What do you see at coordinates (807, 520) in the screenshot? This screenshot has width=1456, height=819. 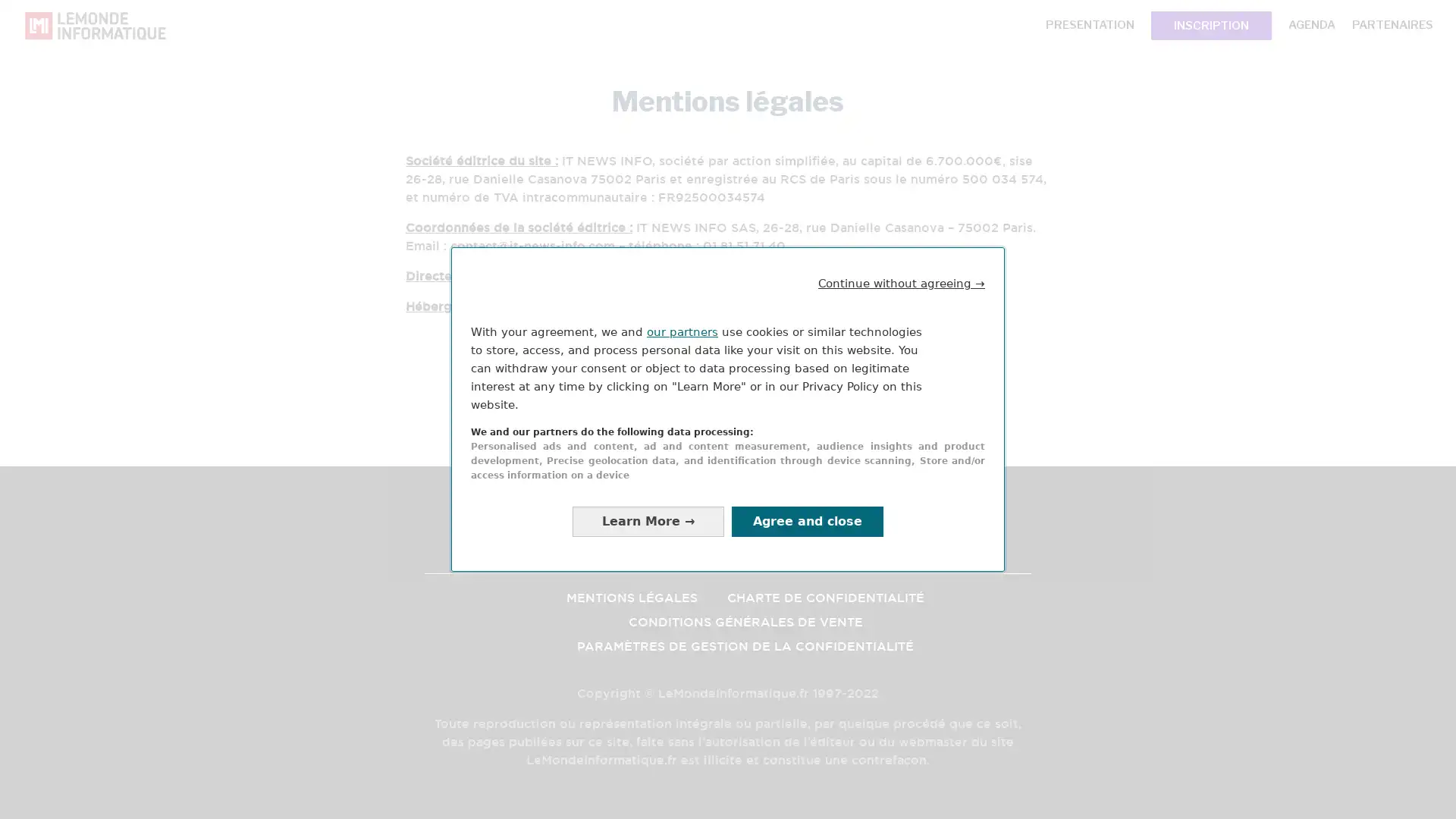 I see `Agree to our data processing and close` at bounding box center [807, 520].